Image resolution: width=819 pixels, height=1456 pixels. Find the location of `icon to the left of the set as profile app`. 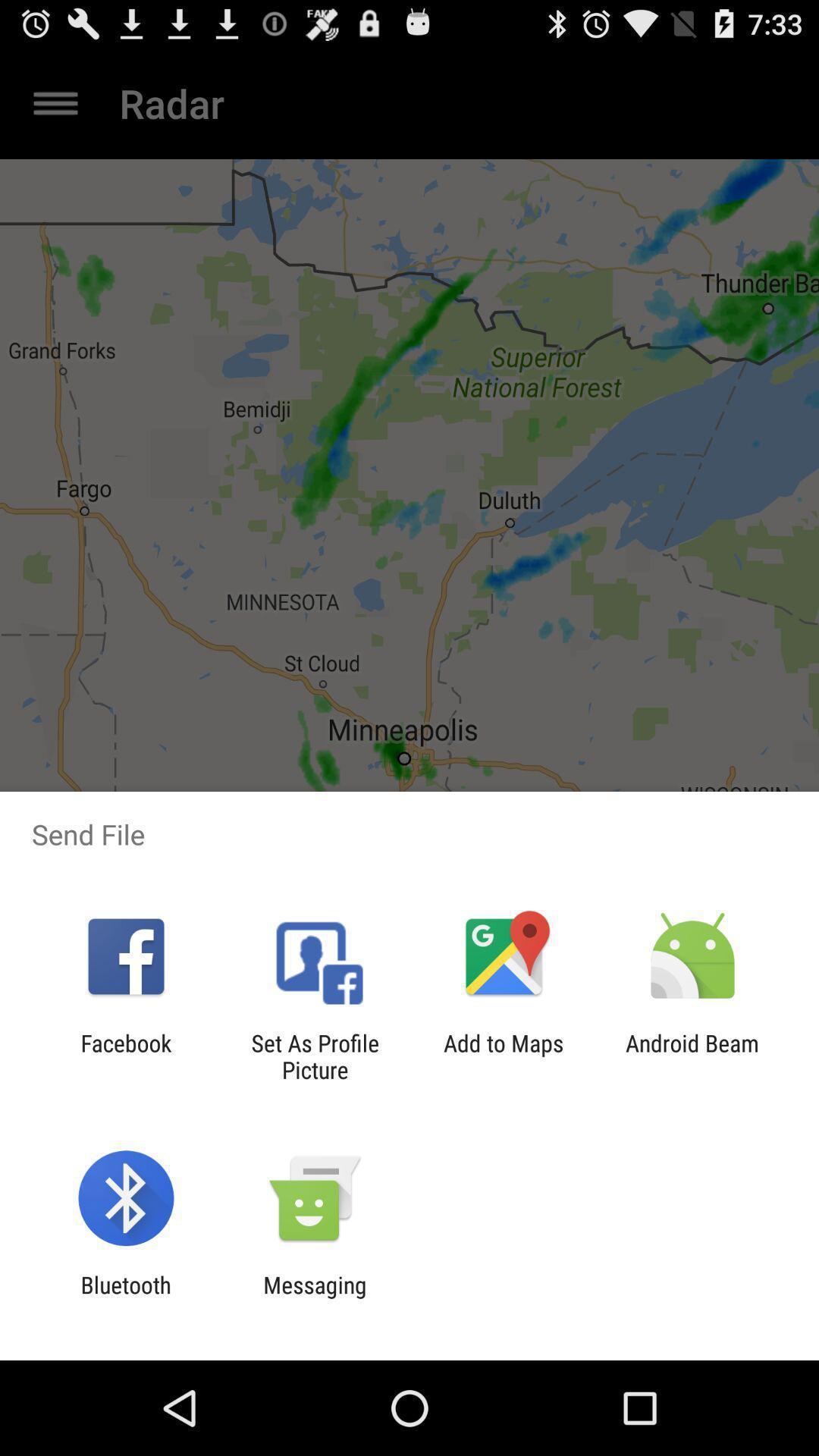

icon to the left of the set as profile app is located at coordinates (125, 1056).